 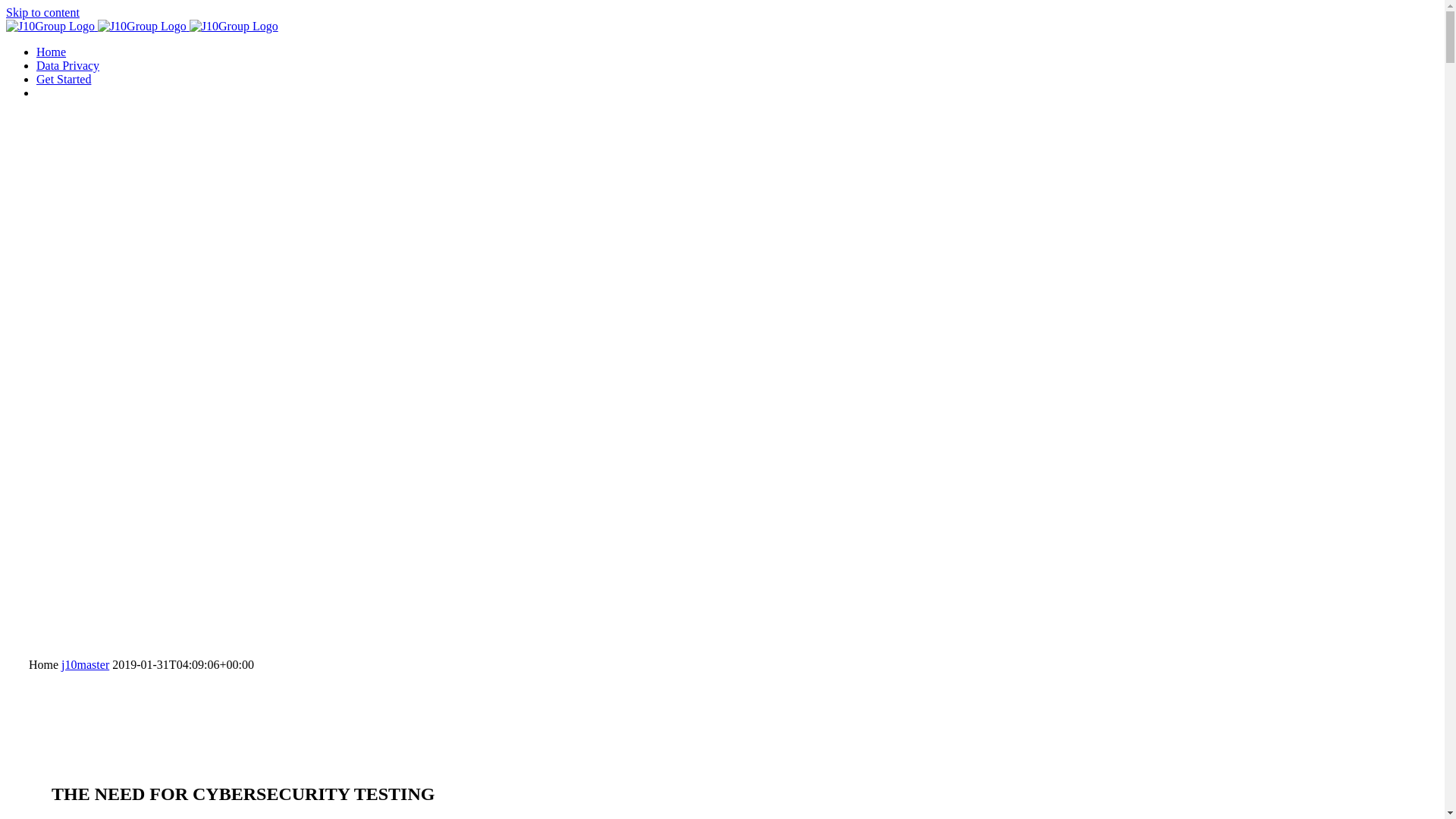 What do you see at coordinates (51, 51) in the screenshot?
I see `'Home'` at bounding box center [51, 51].